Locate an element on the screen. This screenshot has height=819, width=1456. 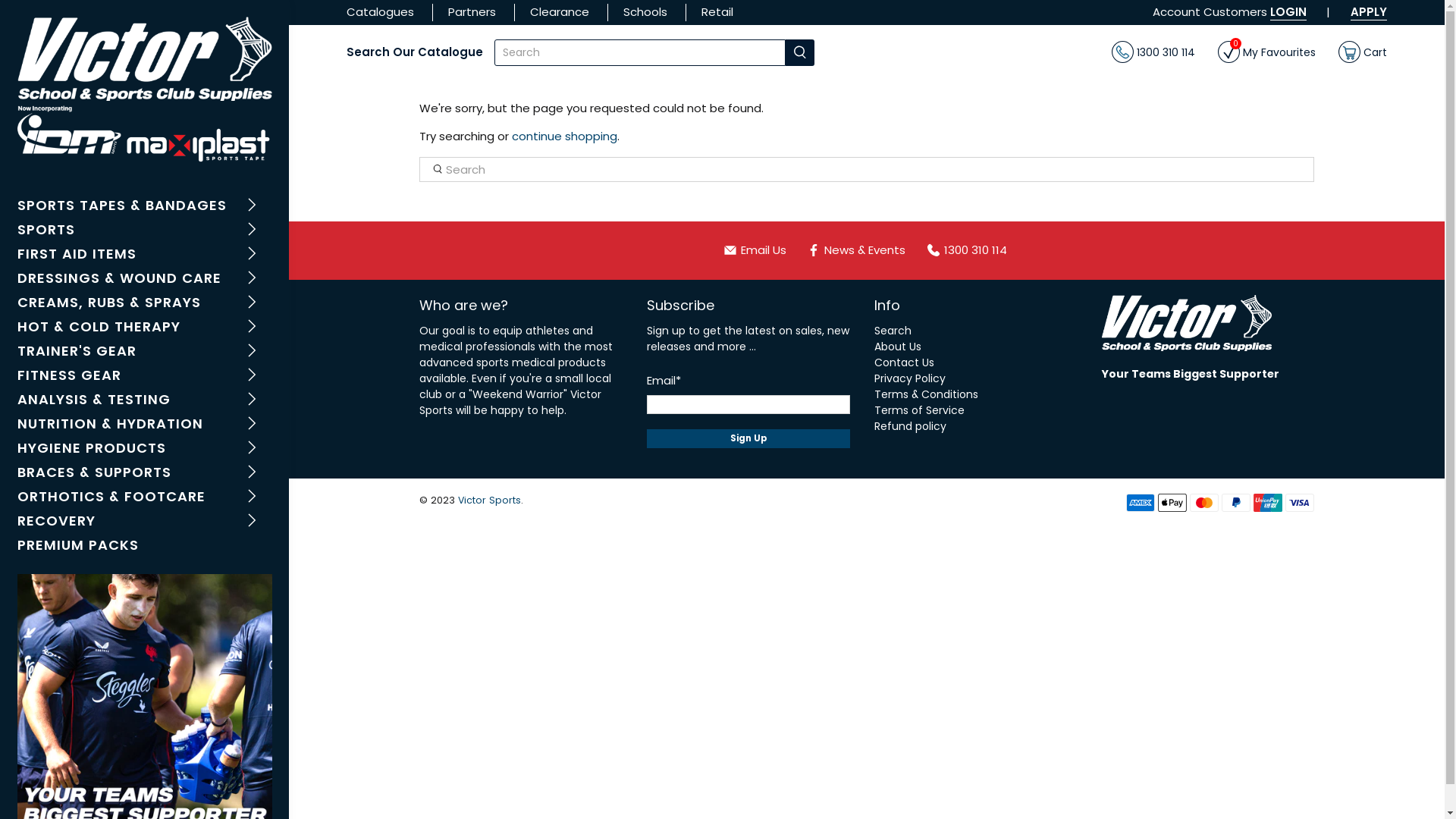
'Contact Us' is located at coordinates (904, 362).